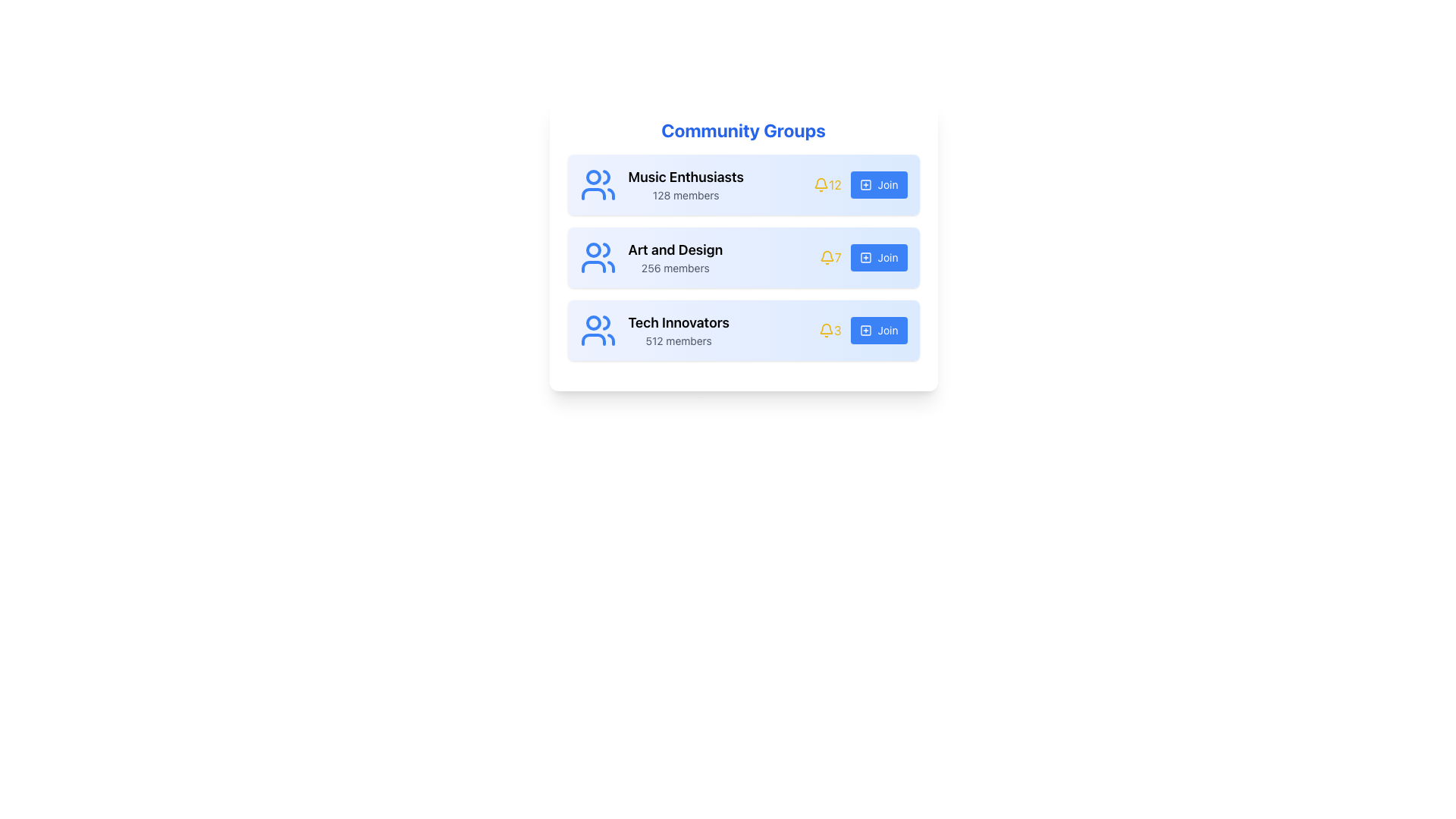  I want to click on the SVG circle element that represents the head of the leftmost figure in the Art and Design community group's icon, located in the second item of a vertically stacked list, so click(592, 249).